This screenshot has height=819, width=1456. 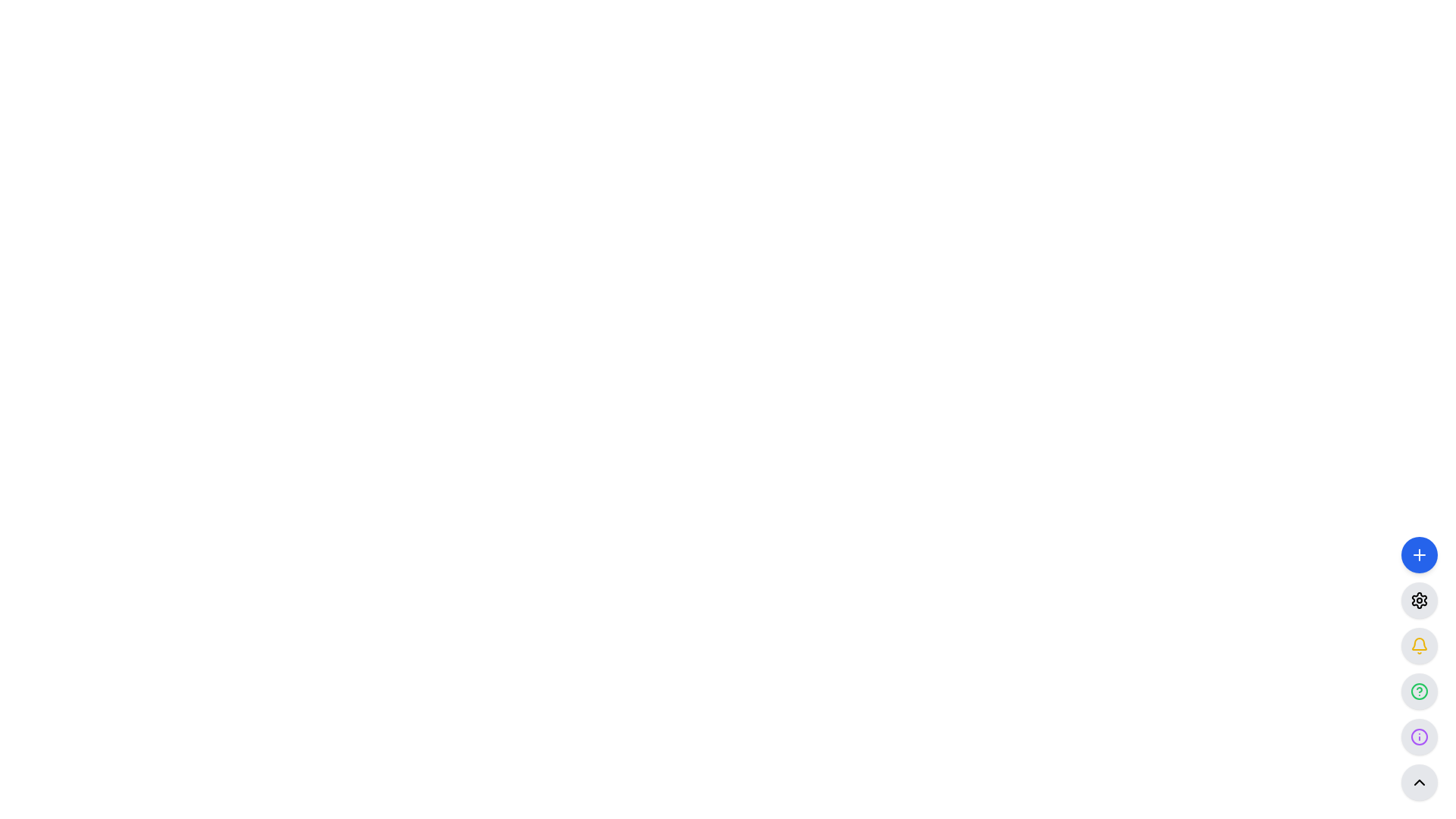 I want to click on the settings button, which is the second button from the top in a vertical stack of circular buttons on the right side of the interface, so click(x=1419, y=599).